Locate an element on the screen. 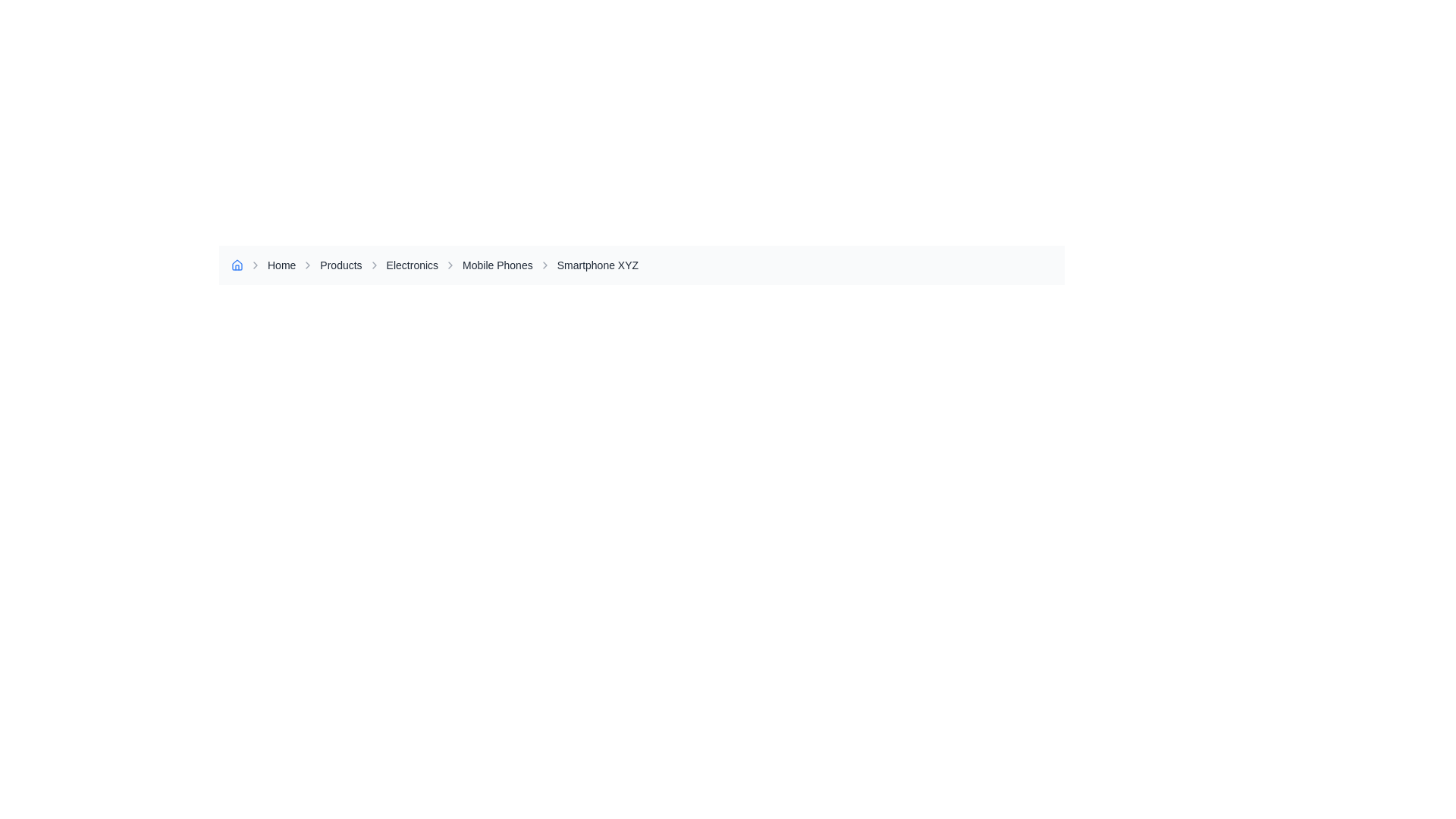 The height and width of the screenshot is (819, 1456). the 'Home' hyperlink in the breadcrumb navigation, which is the second clickable item from the left, located between a house icon and a chevron icon is located at coordinates (272, 265).